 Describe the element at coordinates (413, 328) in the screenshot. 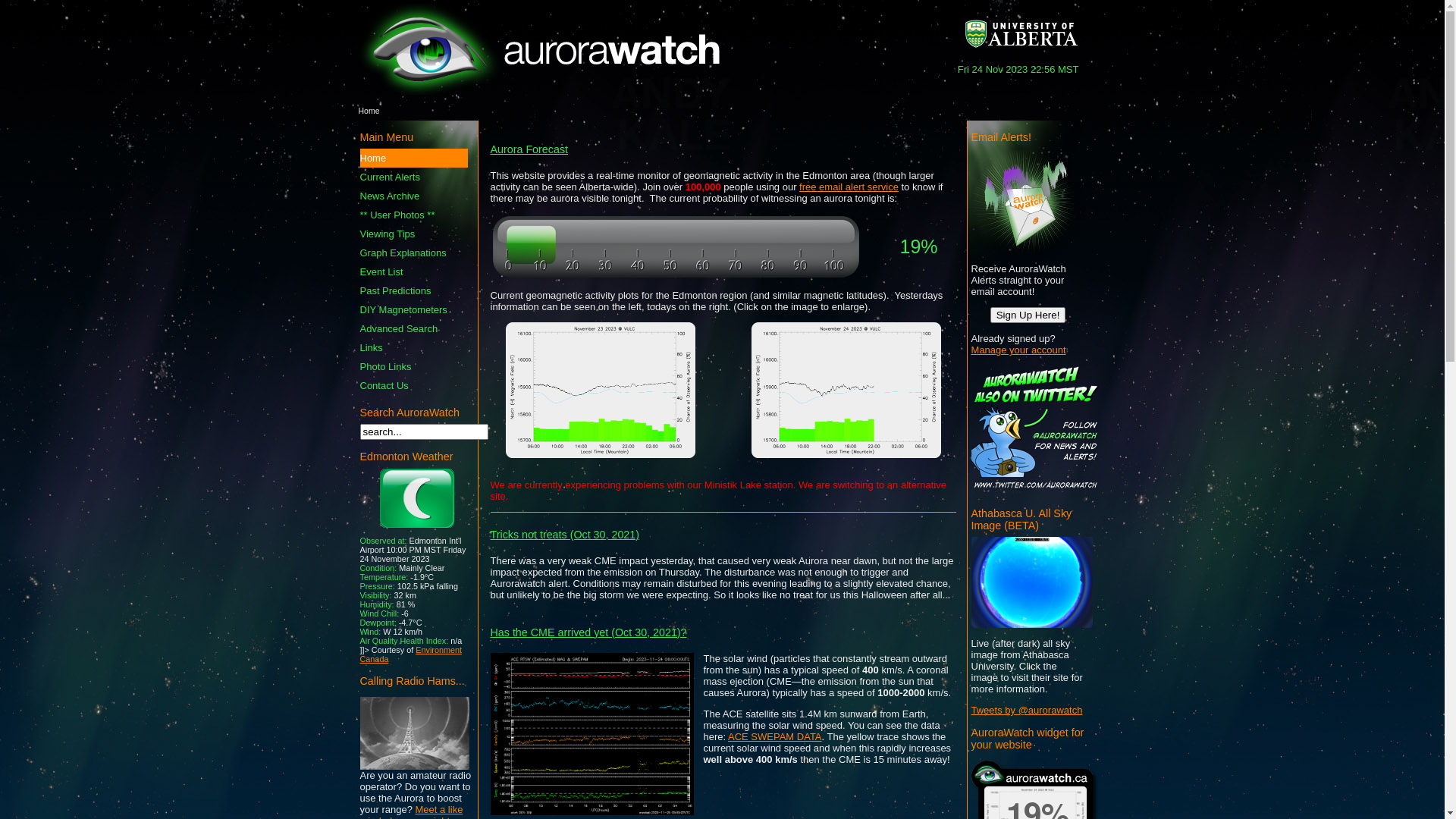

I see `'Advanced Search'` at that location.